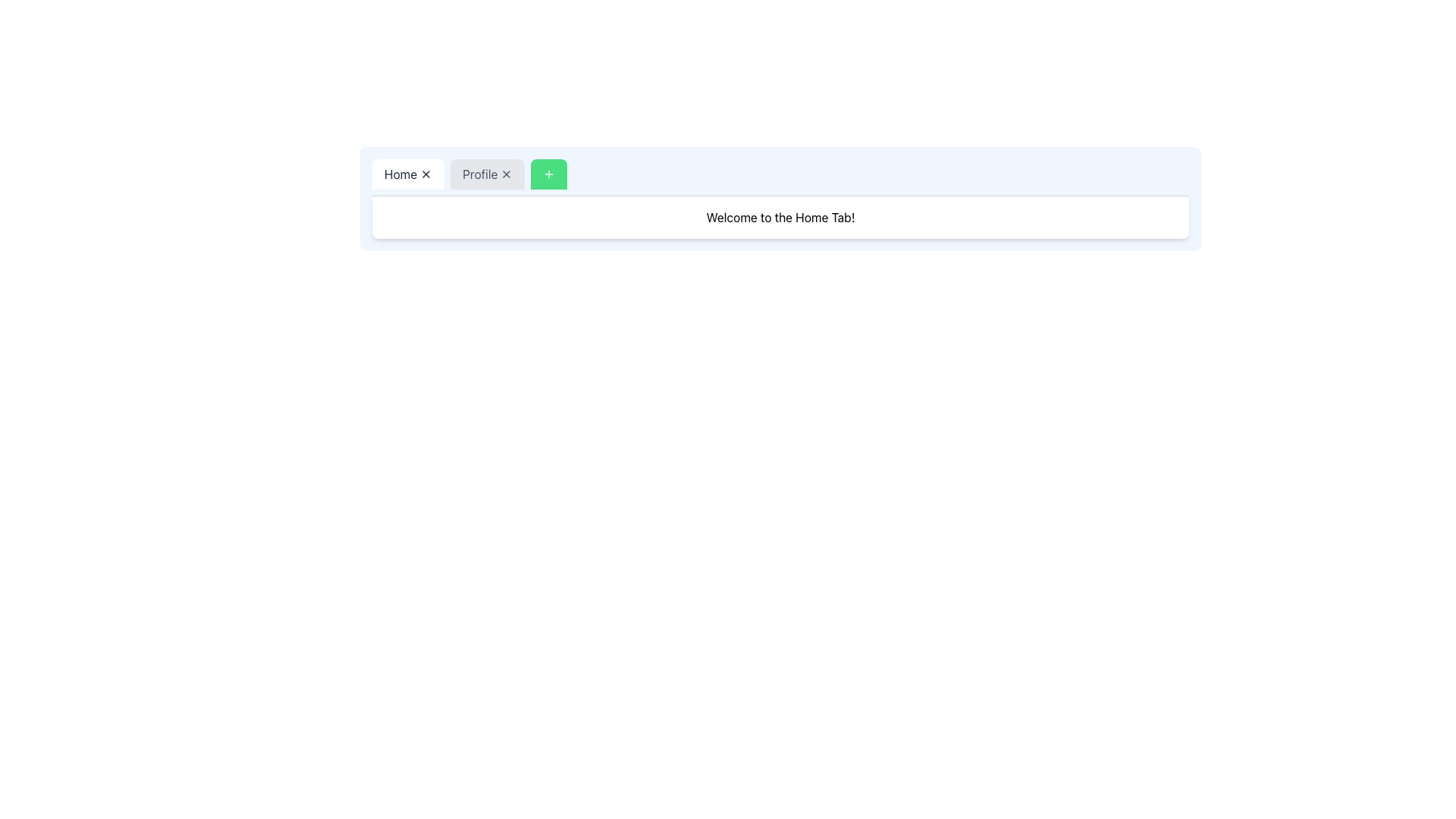  Describe the element at coordinates (507, 174) in the screenshot. I see `the close button for the 'Profile' tab located in the top navigation bar to change its color` at that location.